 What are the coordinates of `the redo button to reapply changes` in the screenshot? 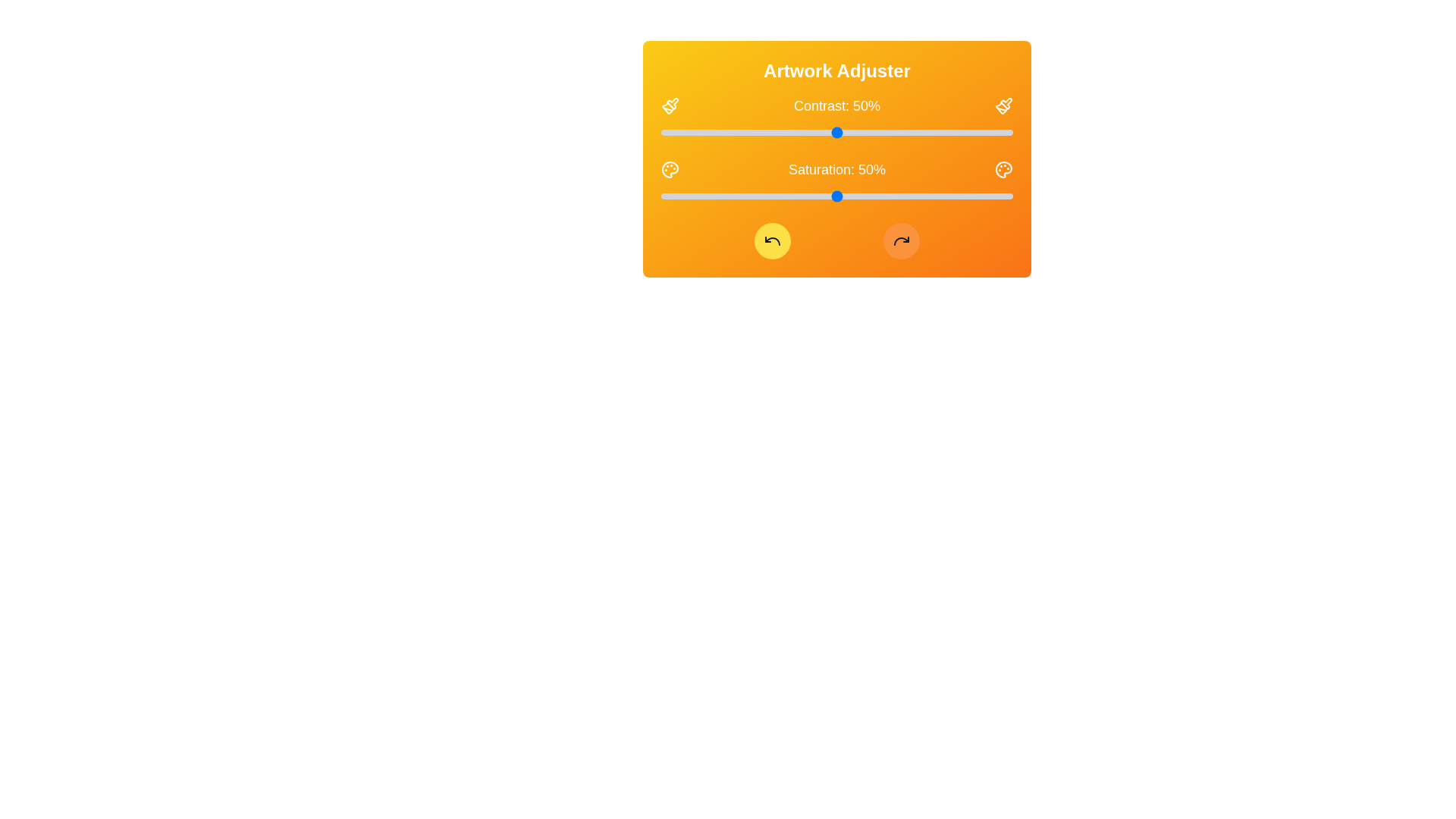 It's located at (902, 240).